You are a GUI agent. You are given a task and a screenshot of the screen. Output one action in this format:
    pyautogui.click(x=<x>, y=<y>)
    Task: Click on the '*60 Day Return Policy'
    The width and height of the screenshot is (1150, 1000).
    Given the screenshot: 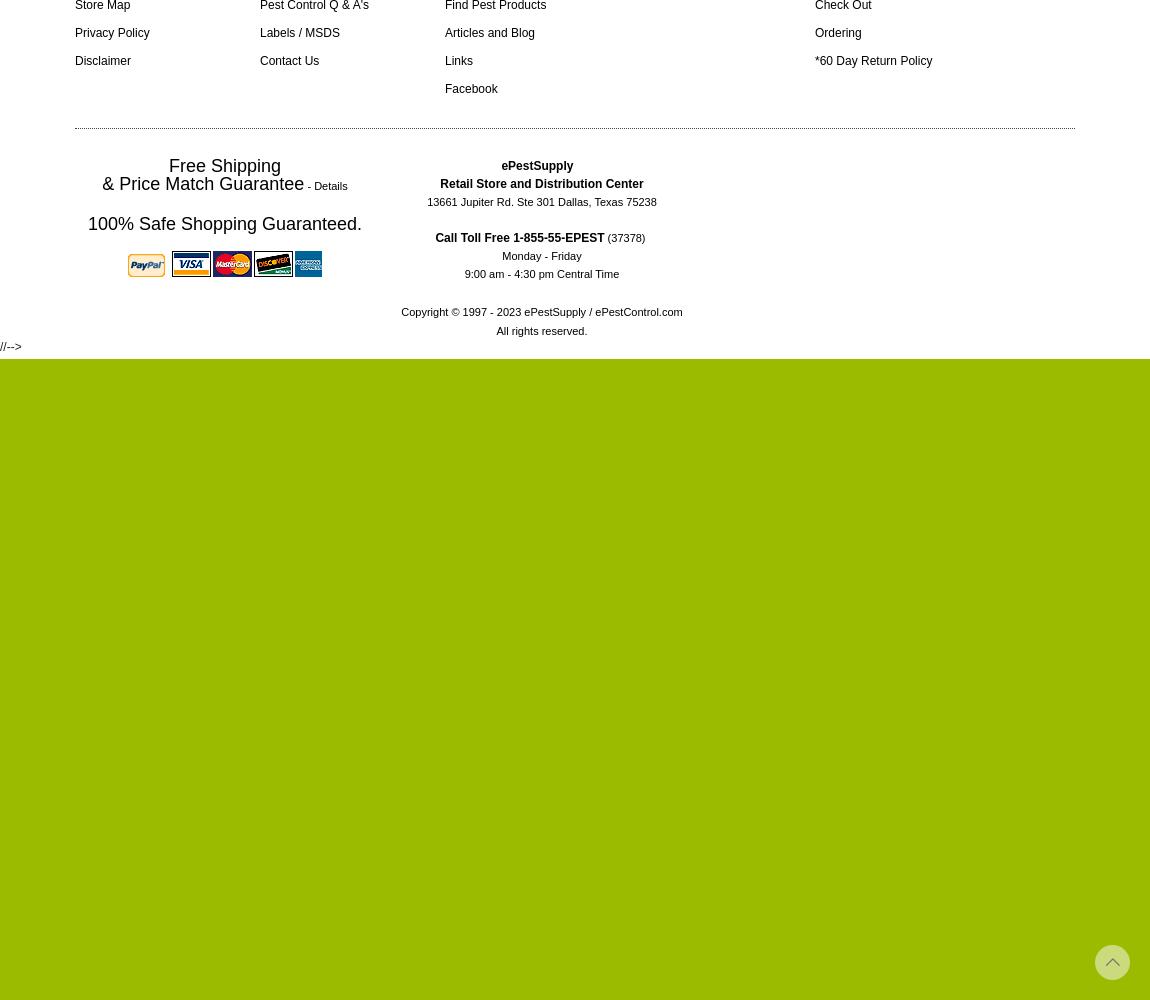 What is the action you would take?
    pyautogui.click(x=873, y=61)
    